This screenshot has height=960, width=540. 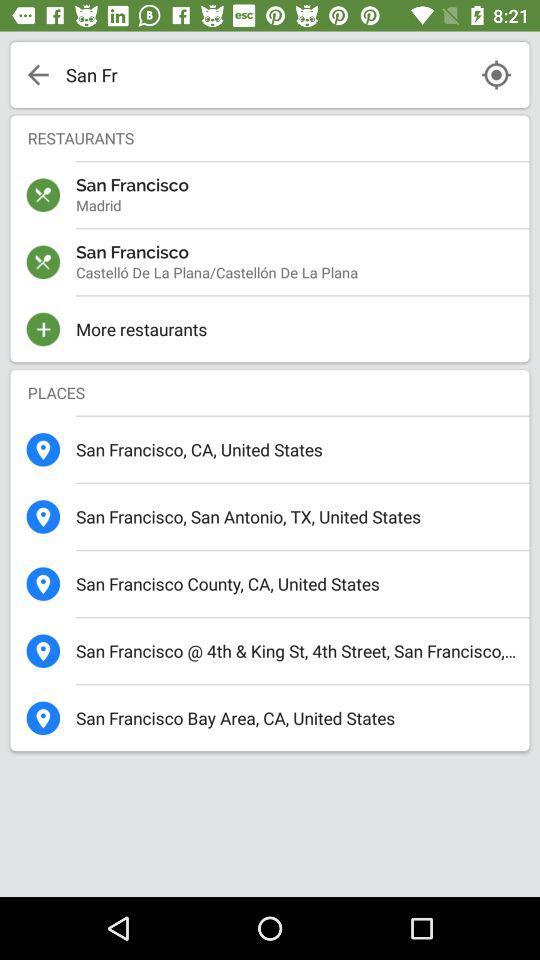 I want to click on go back, so click(x=38, y=74).